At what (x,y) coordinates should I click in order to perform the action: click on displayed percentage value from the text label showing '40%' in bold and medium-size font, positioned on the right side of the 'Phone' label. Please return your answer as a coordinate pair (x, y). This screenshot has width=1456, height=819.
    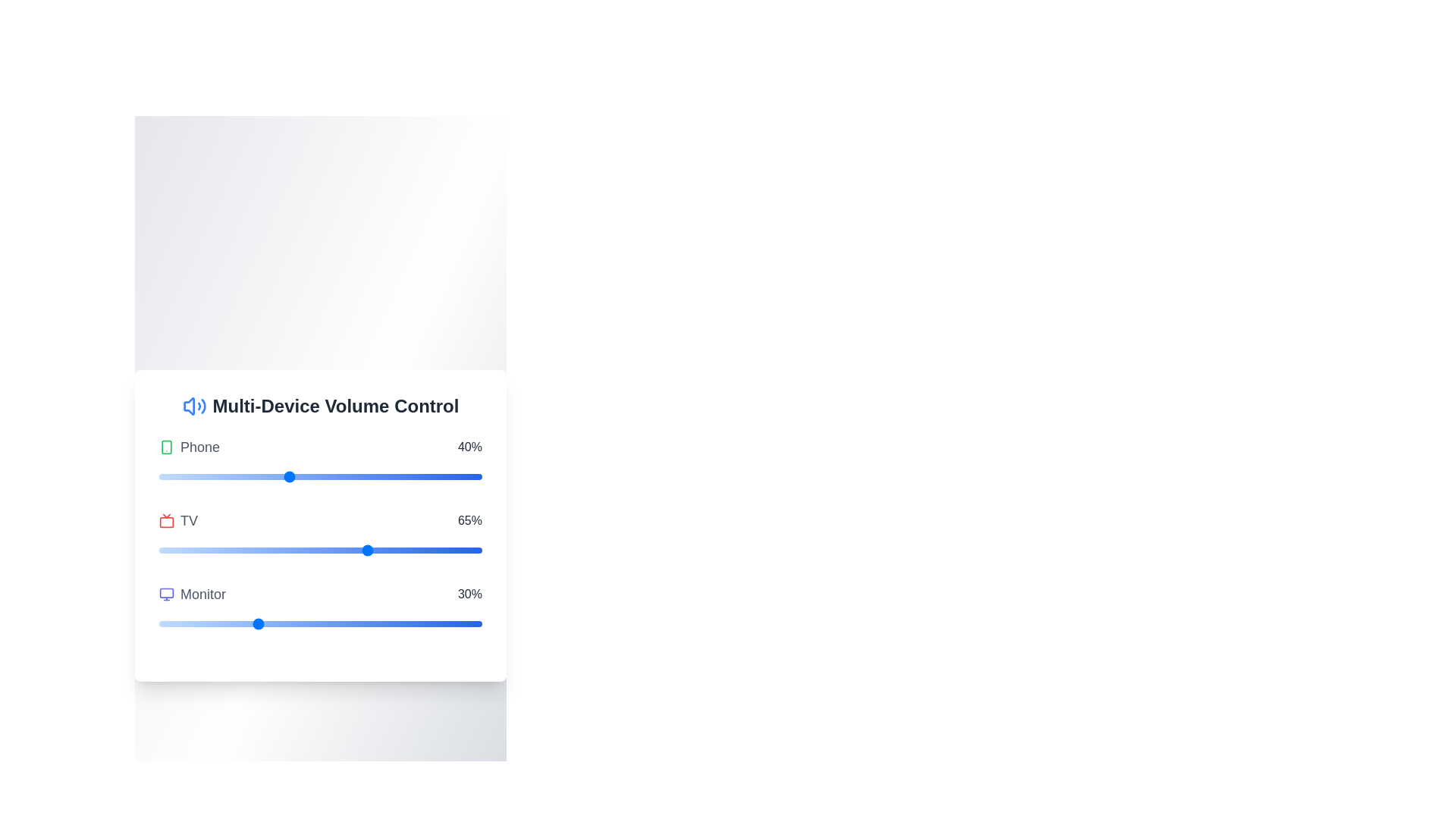
    Looking at the image, I should click on (469, 446).